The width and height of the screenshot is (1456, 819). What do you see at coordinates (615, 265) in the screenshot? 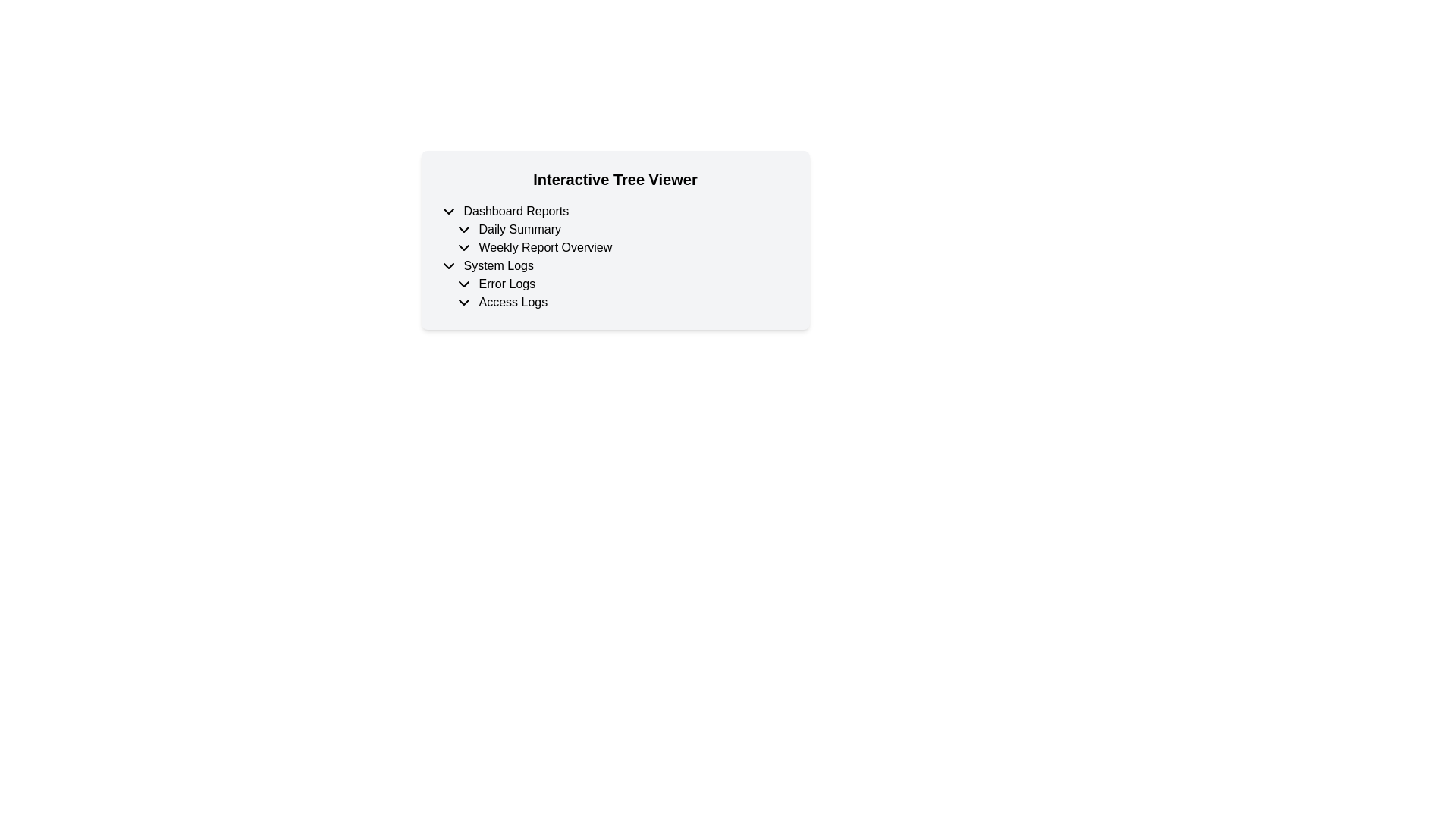
I see `the first Collapsible Tree Node in the Weekly Report Overview section to trigger the highlight effect` at bounding box center [615, 265].